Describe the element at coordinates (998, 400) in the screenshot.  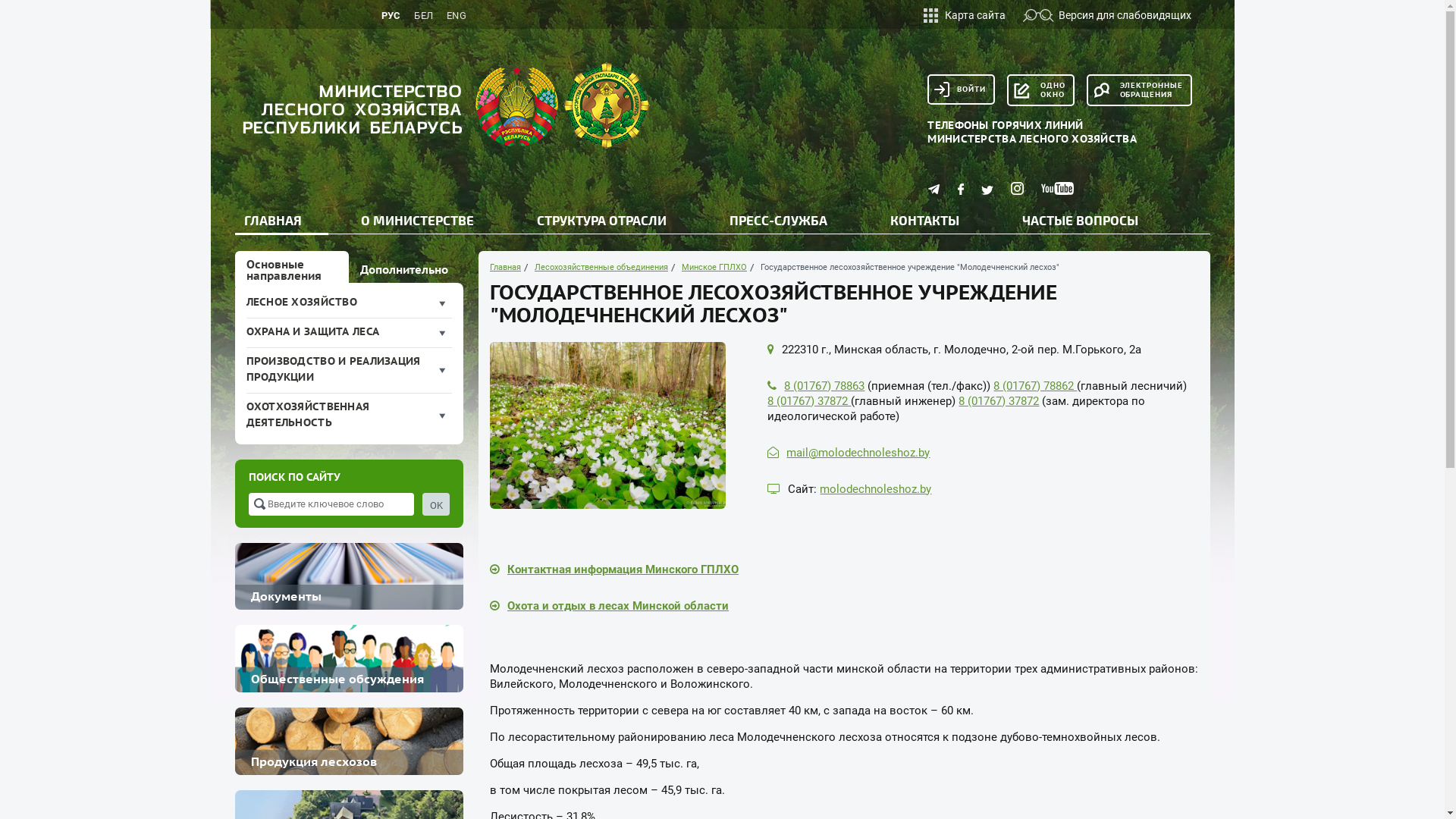
I see `'8 (01767) 37872'` at that location.